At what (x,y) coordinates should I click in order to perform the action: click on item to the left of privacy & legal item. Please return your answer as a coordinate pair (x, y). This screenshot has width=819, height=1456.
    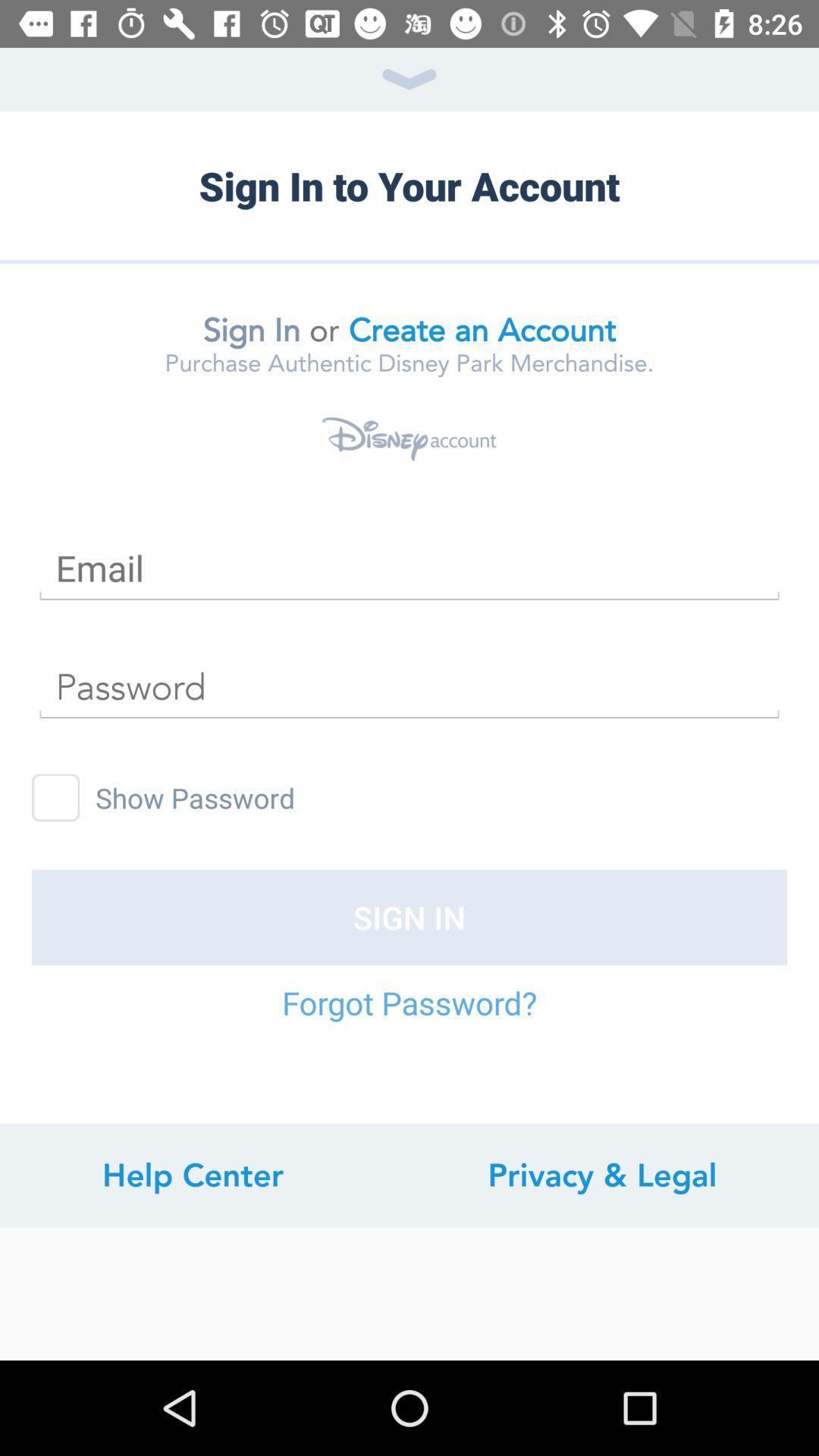
    Looking at the image, I should click on (192, 1175).